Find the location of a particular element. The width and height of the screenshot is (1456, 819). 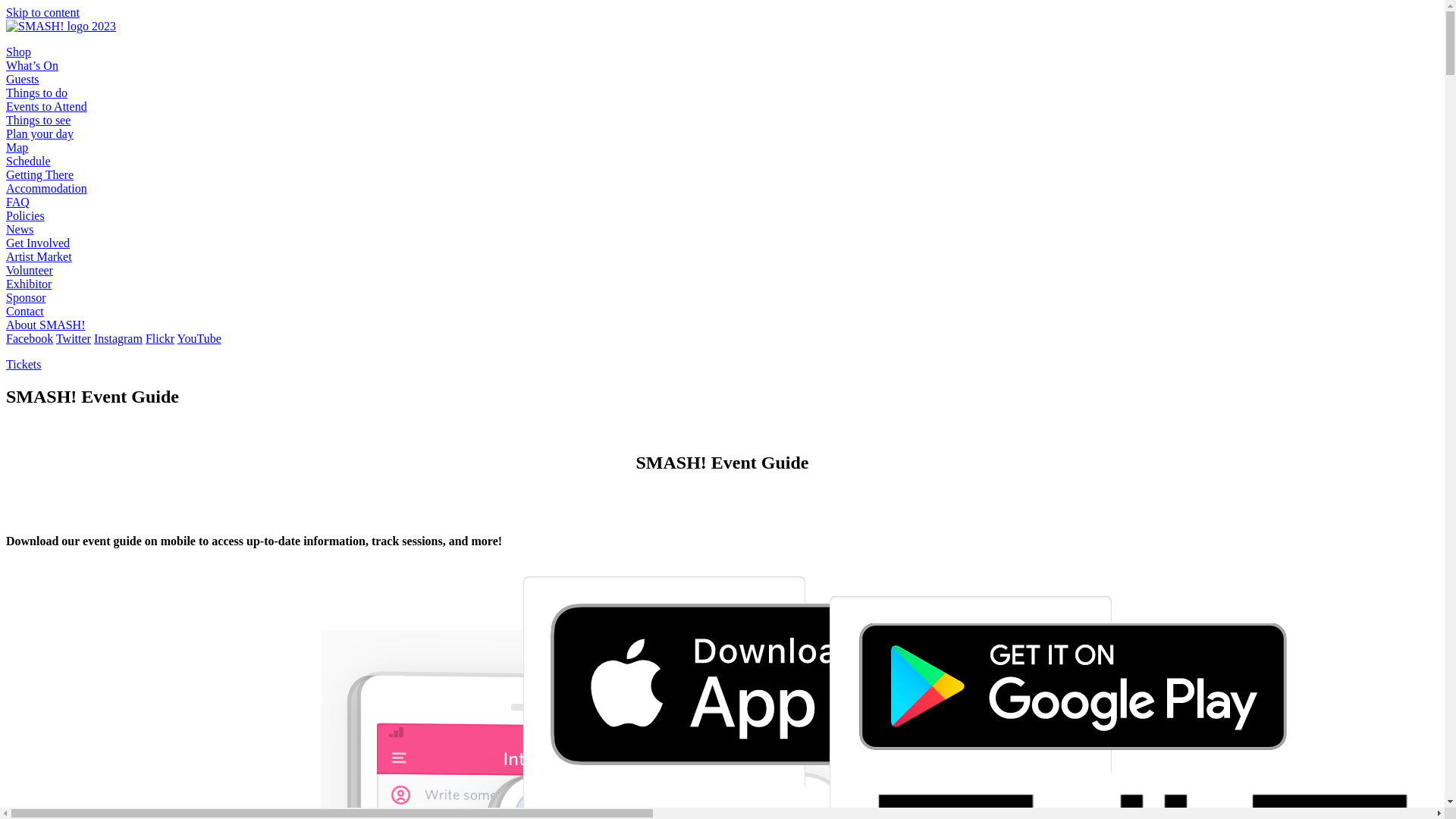

'Plan your day' is located at coordinates (39, 133).